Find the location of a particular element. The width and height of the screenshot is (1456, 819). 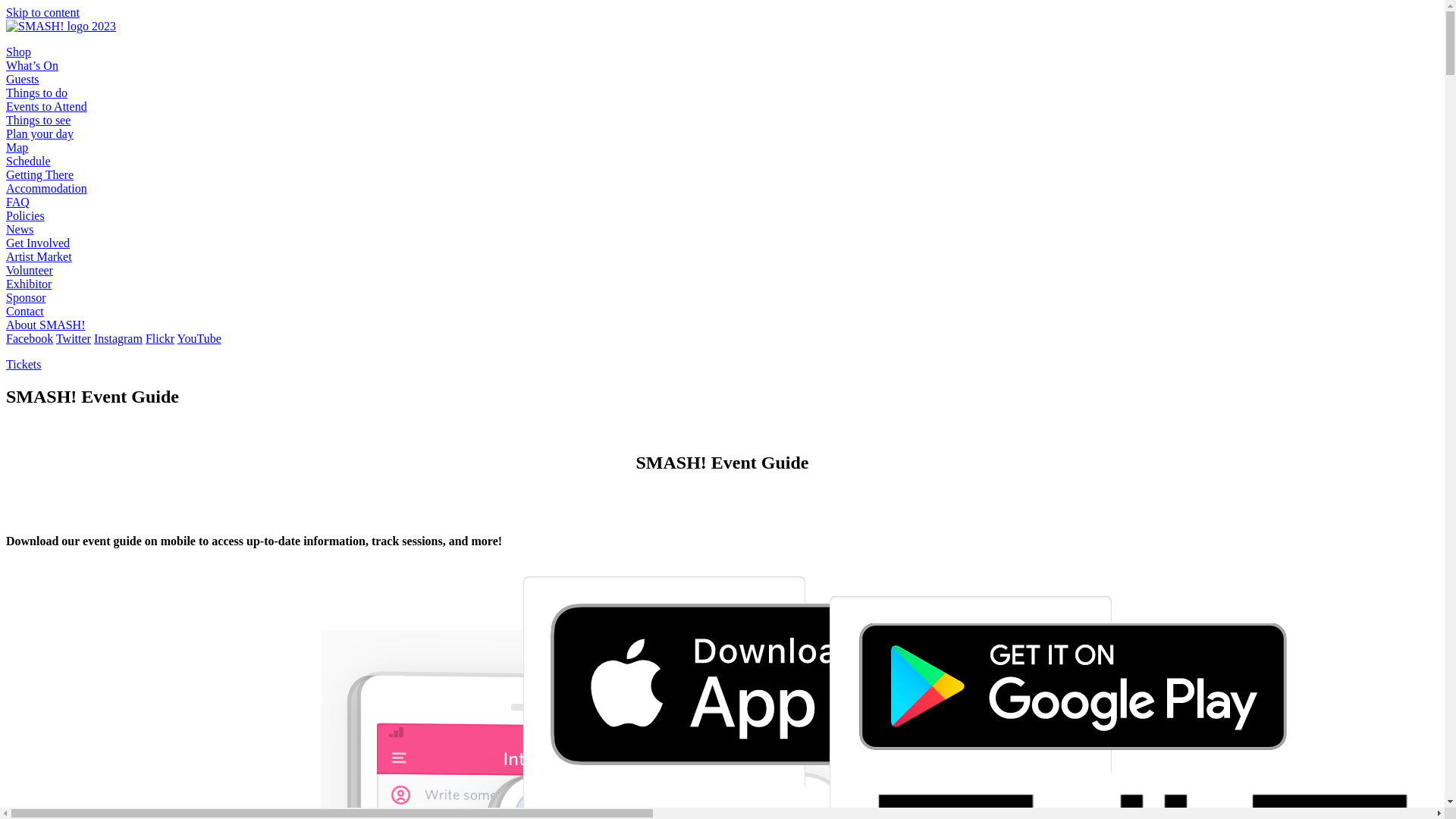

'Plan your day' is located at coordinates (39, 133).